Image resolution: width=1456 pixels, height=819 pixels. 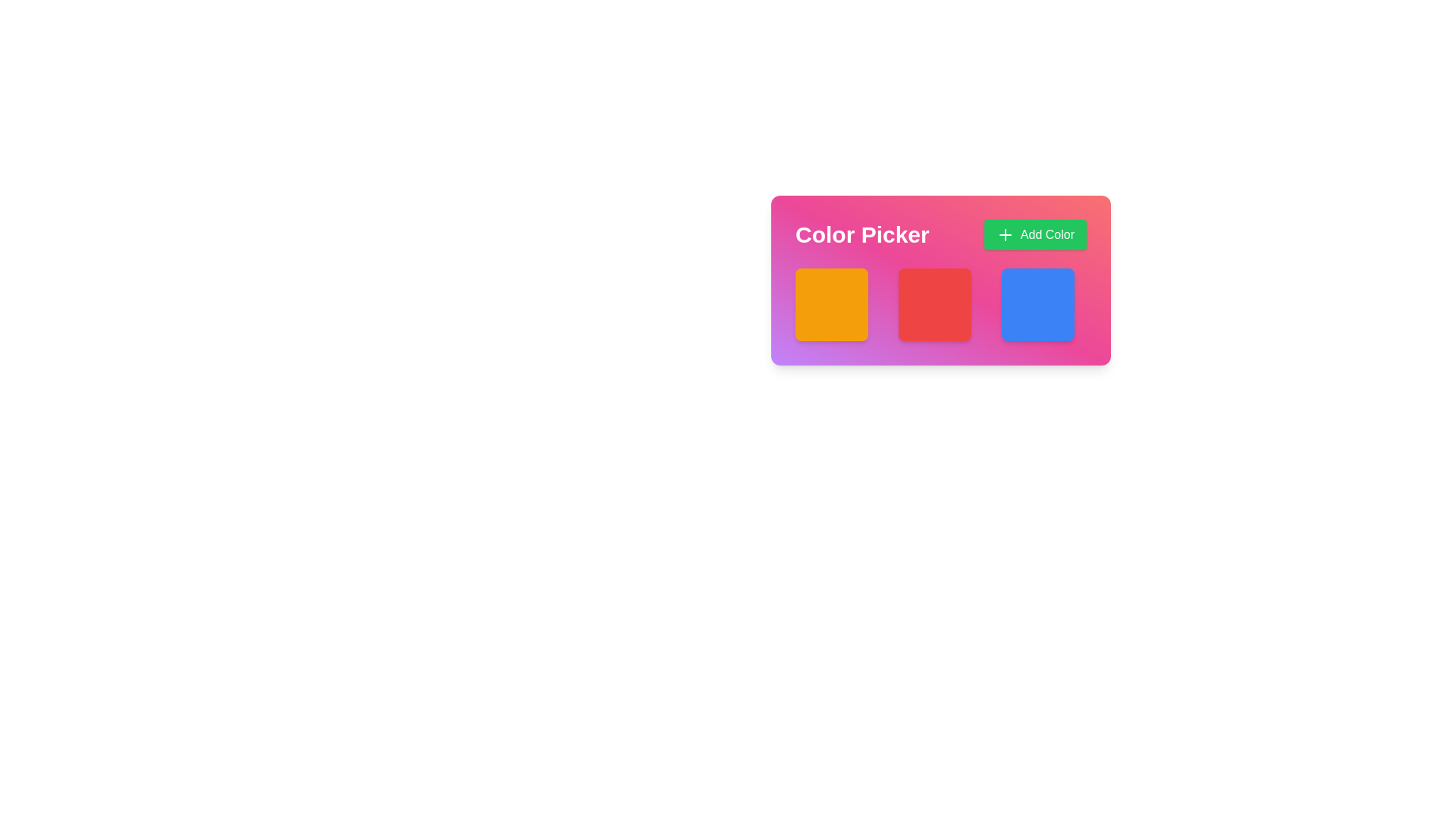 What do you see at coordinates (940, 281) in the screenshot?
I see `the middle red color tile in the color picker interface` at bounding box center [940, 281].